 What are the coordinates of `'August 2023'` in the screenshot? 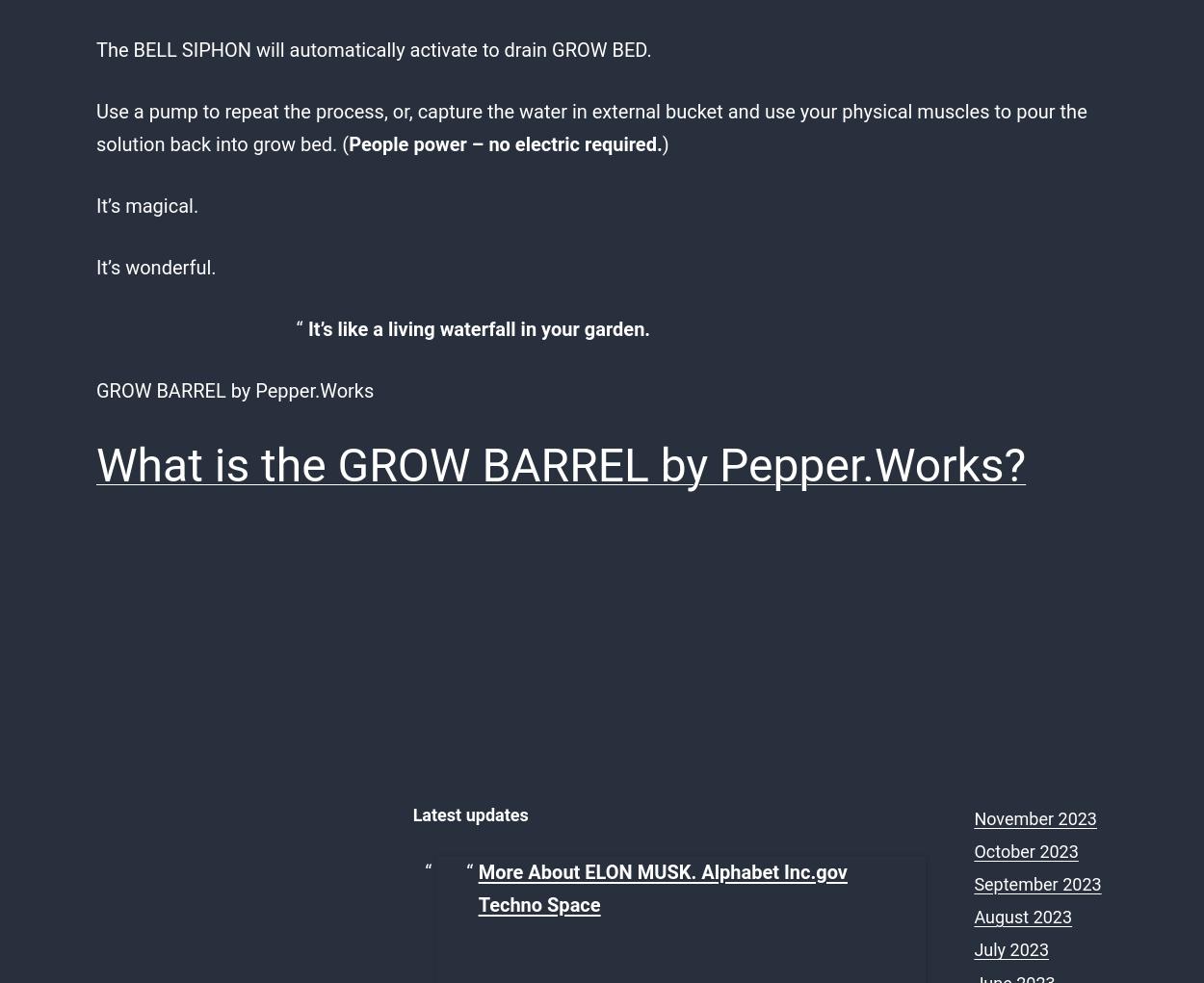 It's located at (974, 916).